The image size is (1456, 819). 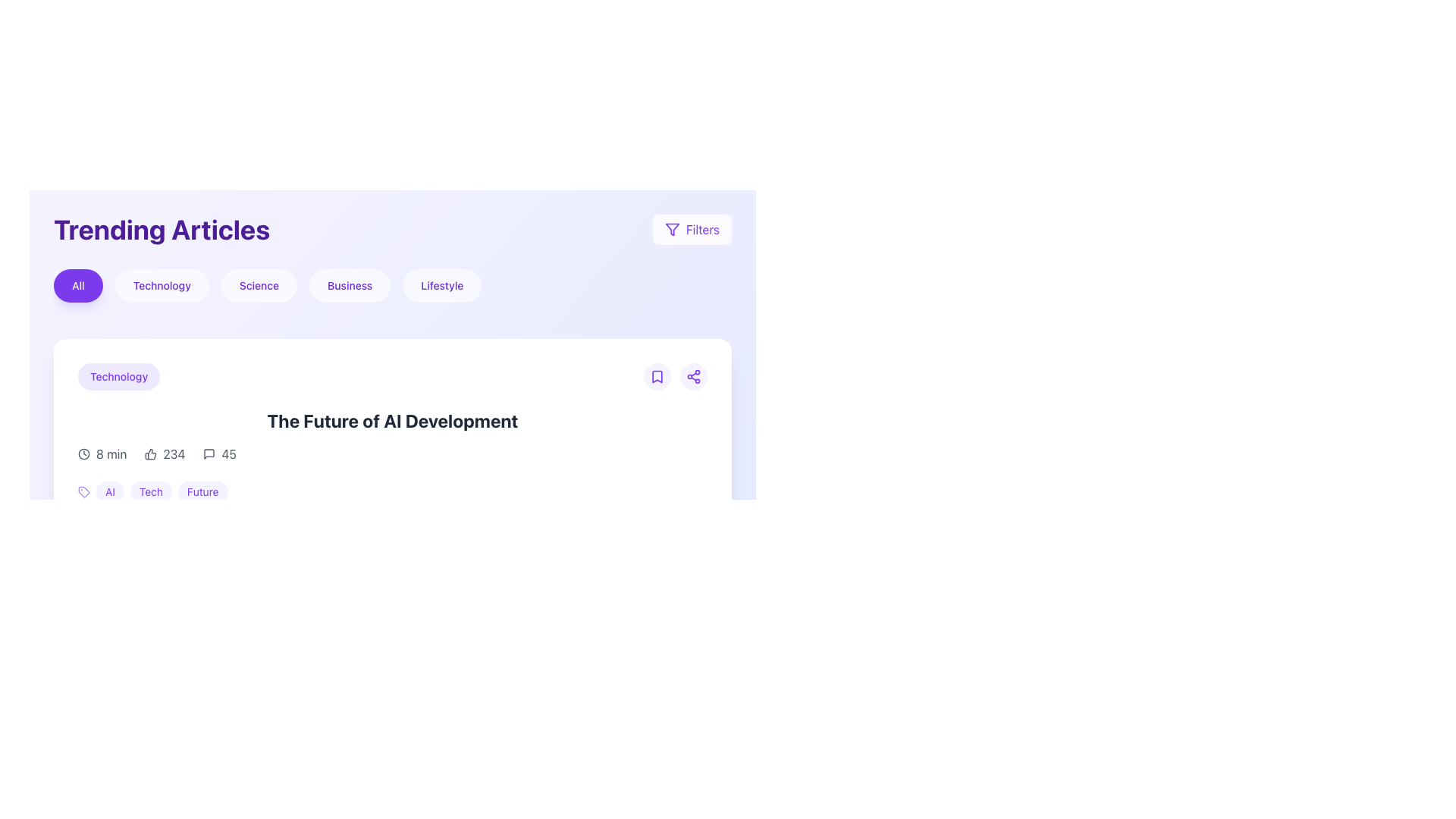 What do you see at coordinates (162, 491) in the screenshot?
I see `the 'Tech' tag located` at bounding box center [162, 491].